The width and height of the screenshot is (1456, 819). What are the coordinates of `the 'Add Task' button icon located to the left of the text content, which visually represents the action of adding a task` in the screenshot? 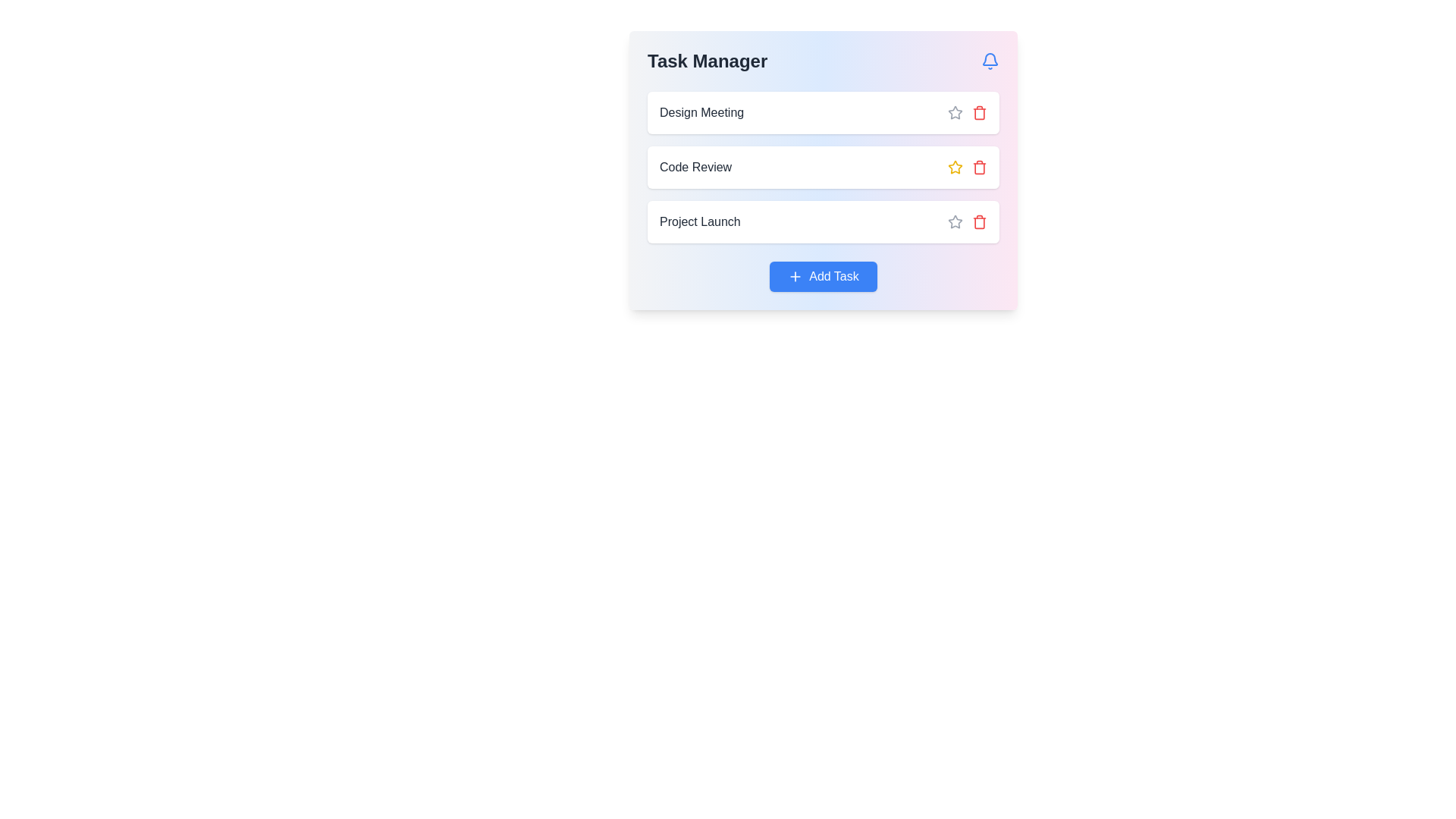 It's located at (795, 277).